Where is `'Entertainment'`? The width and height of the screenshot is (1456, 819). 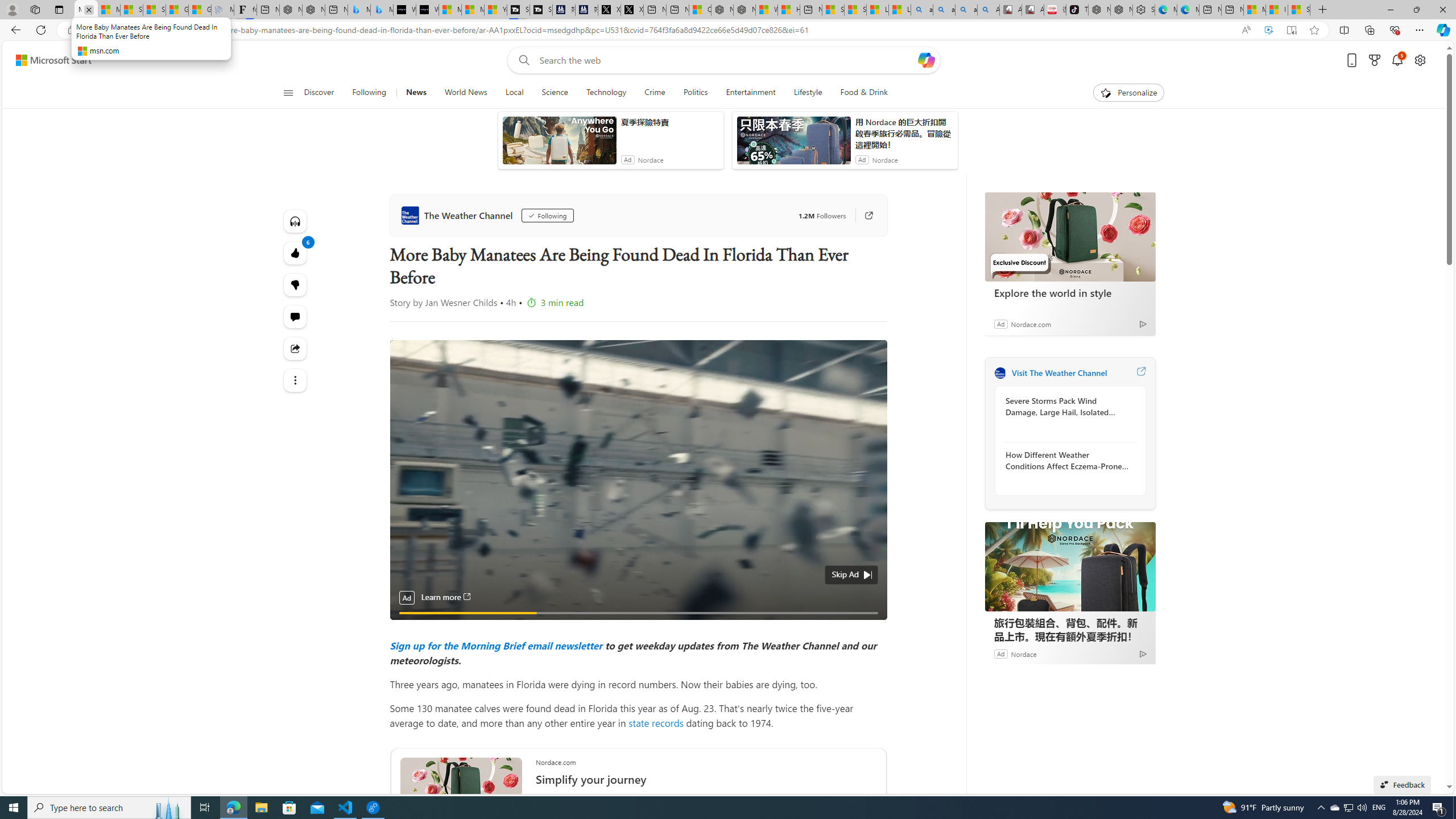
'Entertainment' is located at coordinates (750, 92).